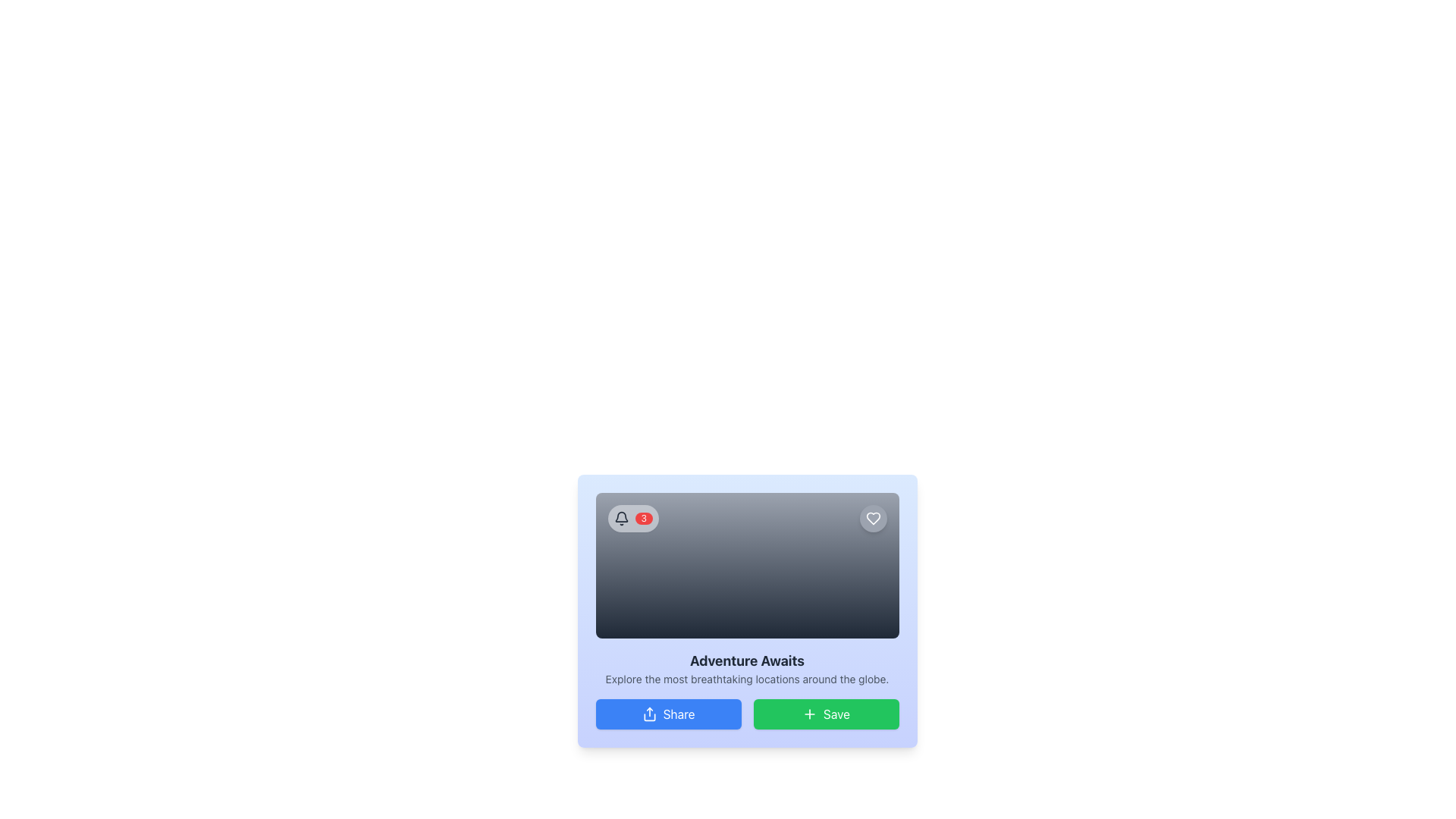  I want to click on the Text Block featuring a bold header 'Adventure Awaits' and a subtext about exploring breathtaking locations, so click(747, 668).